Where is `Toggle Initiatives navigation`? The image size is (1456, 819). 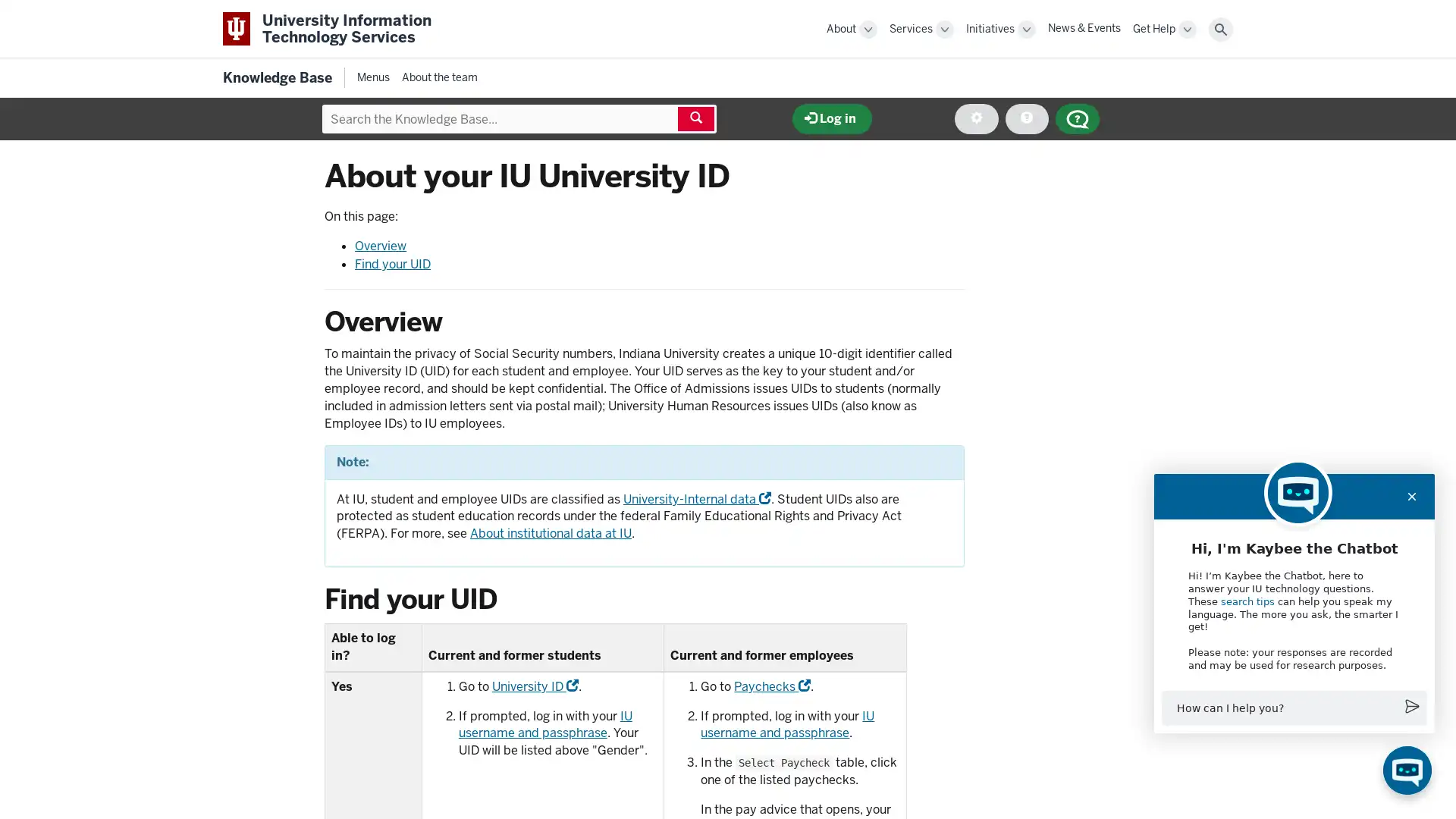
Toggle Initiatives navigation is located at coordinates (1026, 29).